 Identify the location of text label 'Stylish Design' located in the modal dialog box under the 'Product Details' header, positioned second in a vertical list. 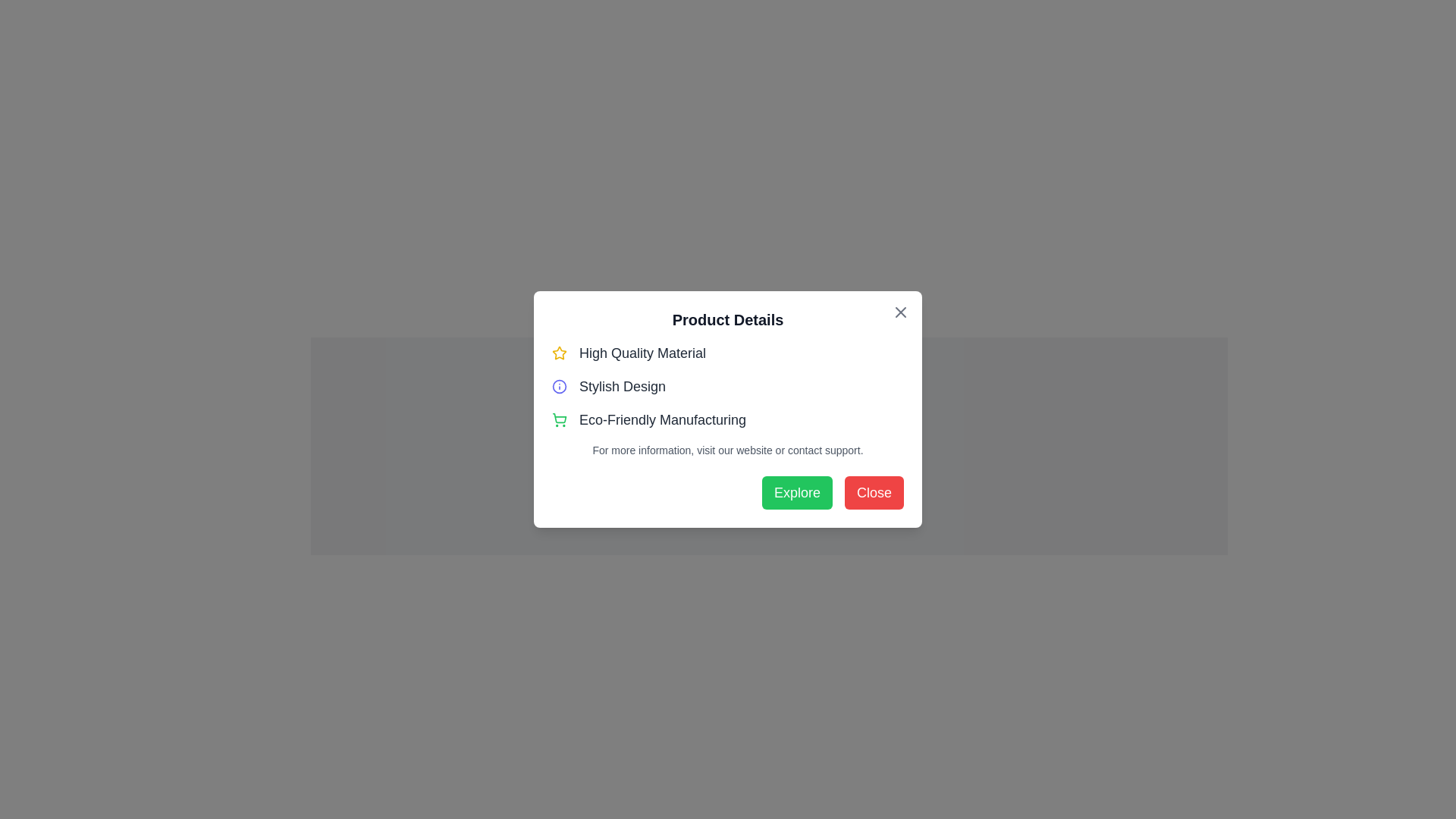
(622, 385).